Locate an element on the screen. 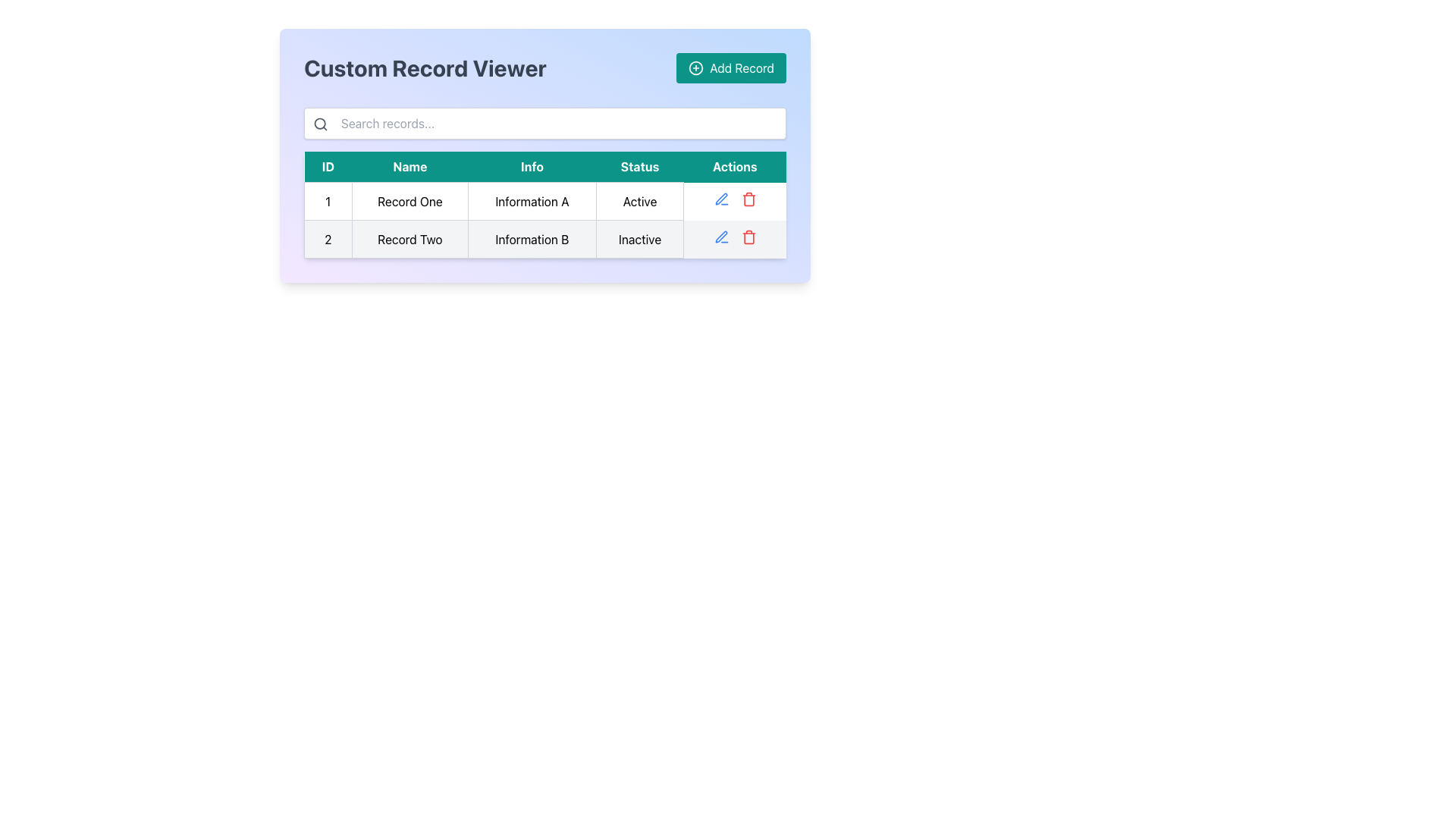 This screenshot has width=1456, height=819. the icon for adding a new record, which is positioned to the left of the 'Add Record' text in the top-right corner of the interface is located at coordinates (695, 67).